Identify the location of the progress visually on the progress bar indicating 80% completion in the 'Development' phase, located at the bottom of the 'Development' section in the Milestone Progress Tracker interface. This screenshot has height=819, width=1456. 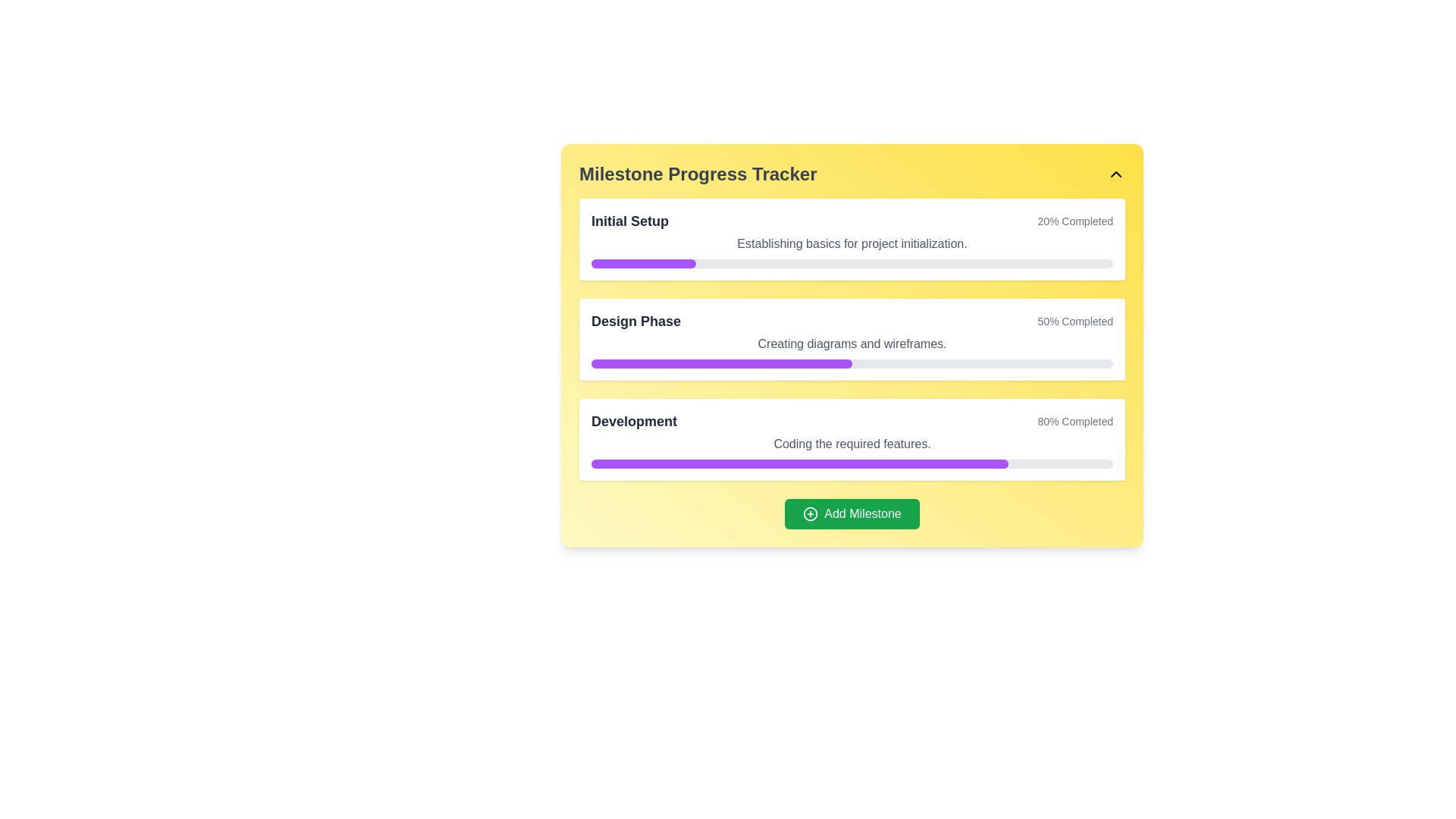
(799, 463).